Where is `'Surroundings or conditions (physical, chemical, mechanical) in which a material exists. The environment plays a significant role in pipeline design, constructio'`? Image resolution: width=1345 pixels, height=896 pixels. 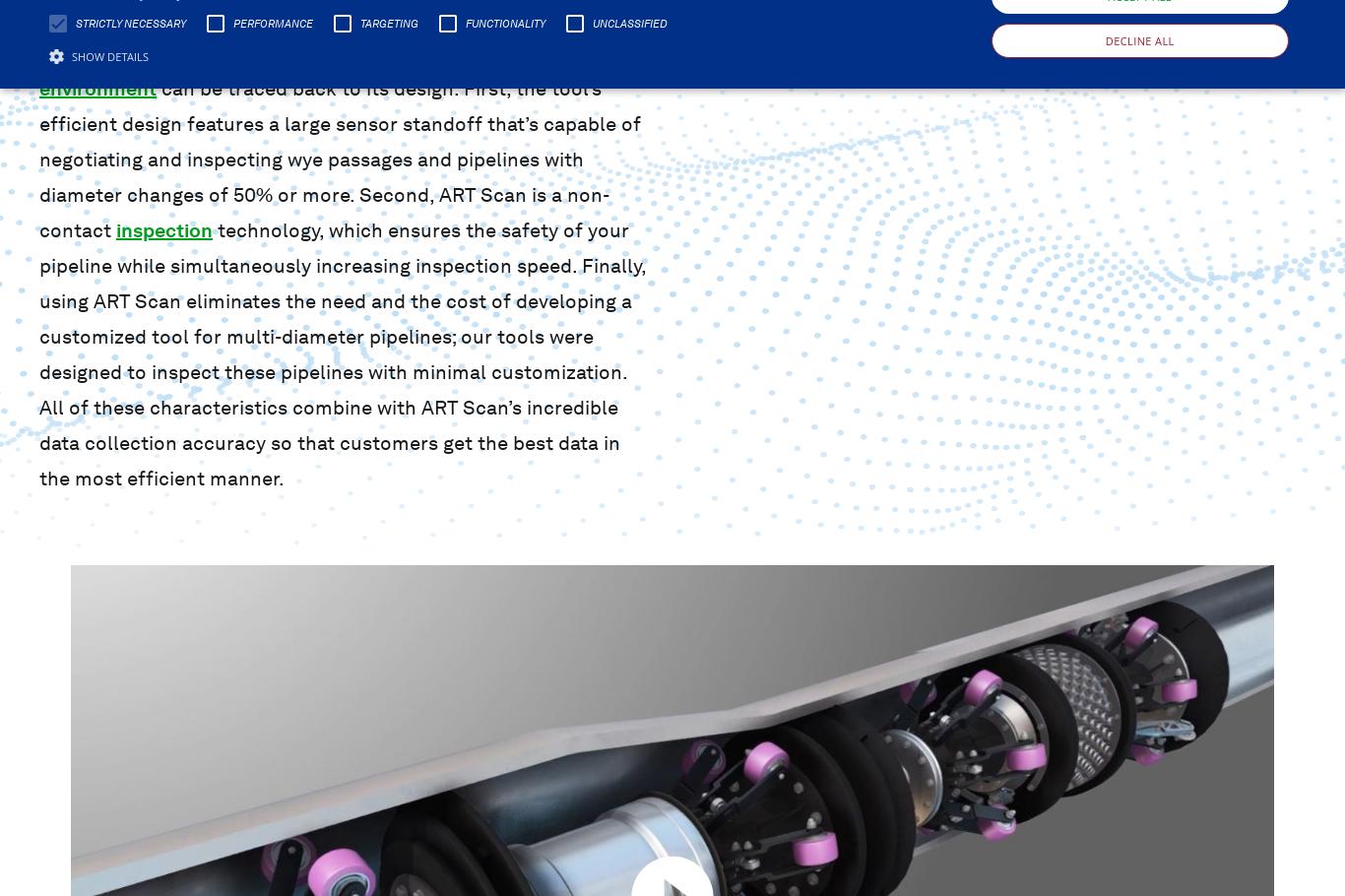 'Surroundings or conditions (physical, chemical, mechanical) in which a material exists. The environment plays a significant role in pipeline design, constructio' is located at coordinates (46, 151).